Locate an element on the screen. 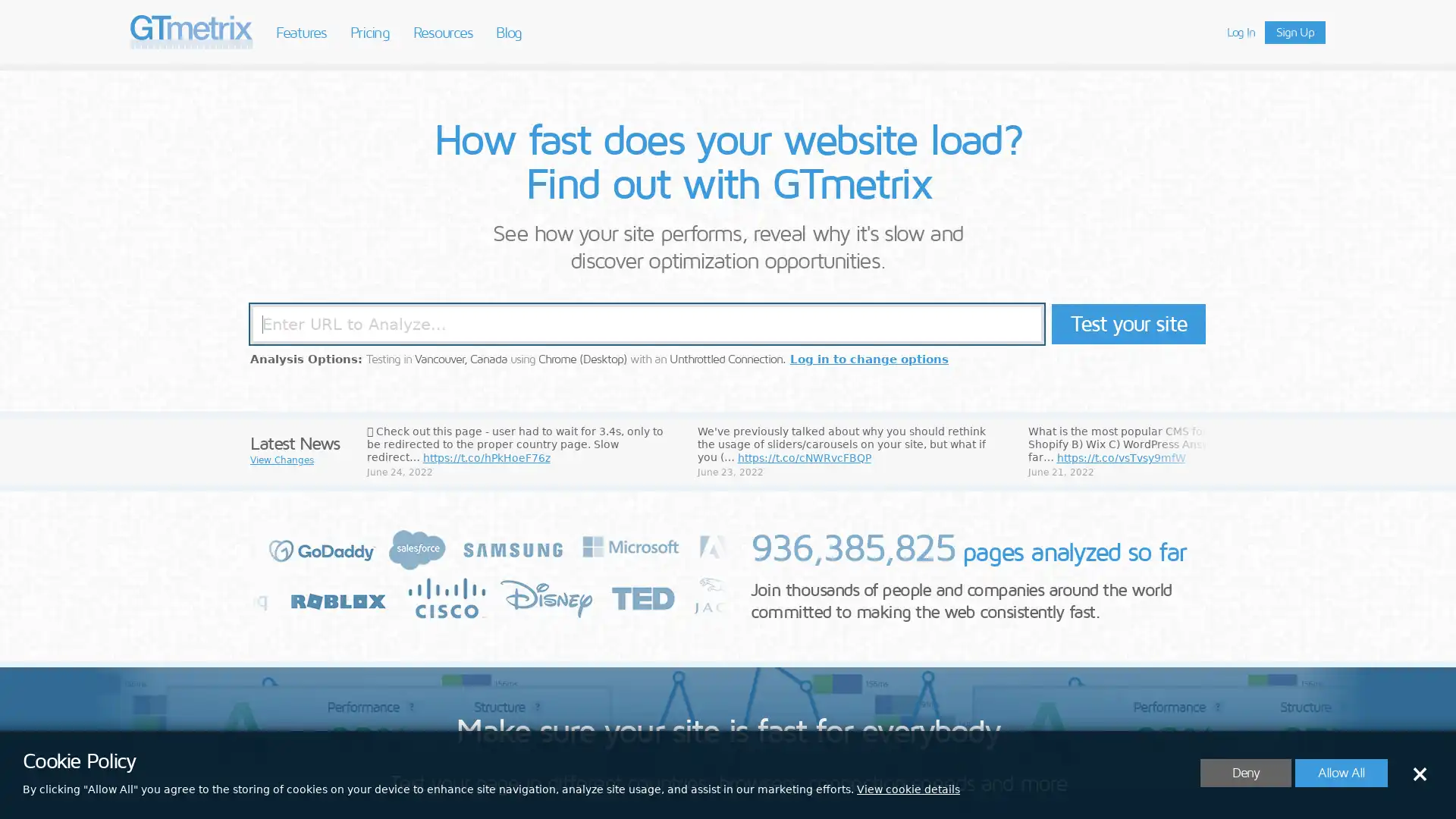 Image resolution: width=1456 pixels, height=819 pixels. Test your site is located at coordinates (1128, 323).